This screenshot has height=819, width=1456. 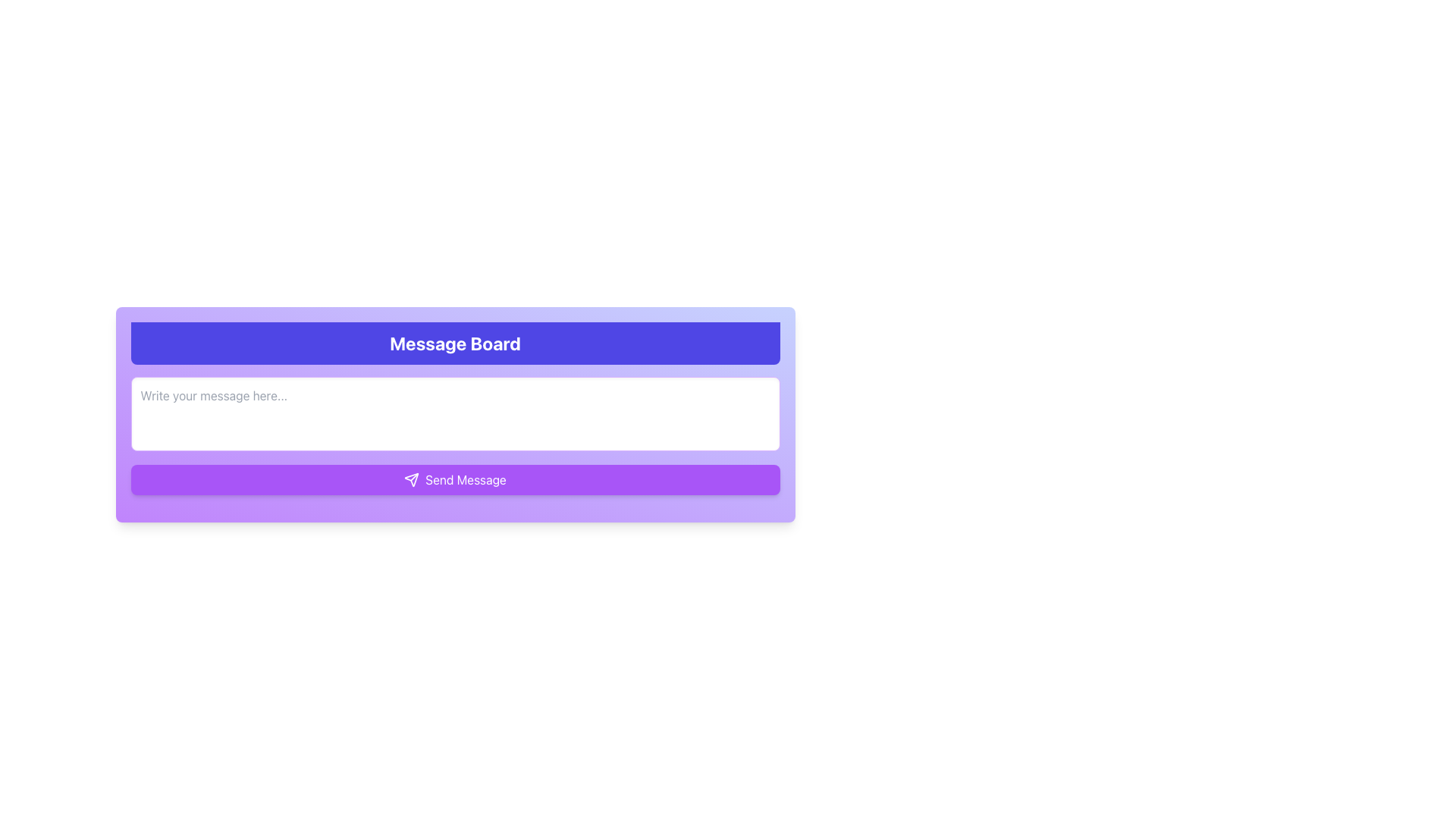 What do you see at coordinates (454, 343) in the screenshot?
I see `the Title Header at the top section of the panel, which indicates the context of the section below` at bounding box center [454, 343].